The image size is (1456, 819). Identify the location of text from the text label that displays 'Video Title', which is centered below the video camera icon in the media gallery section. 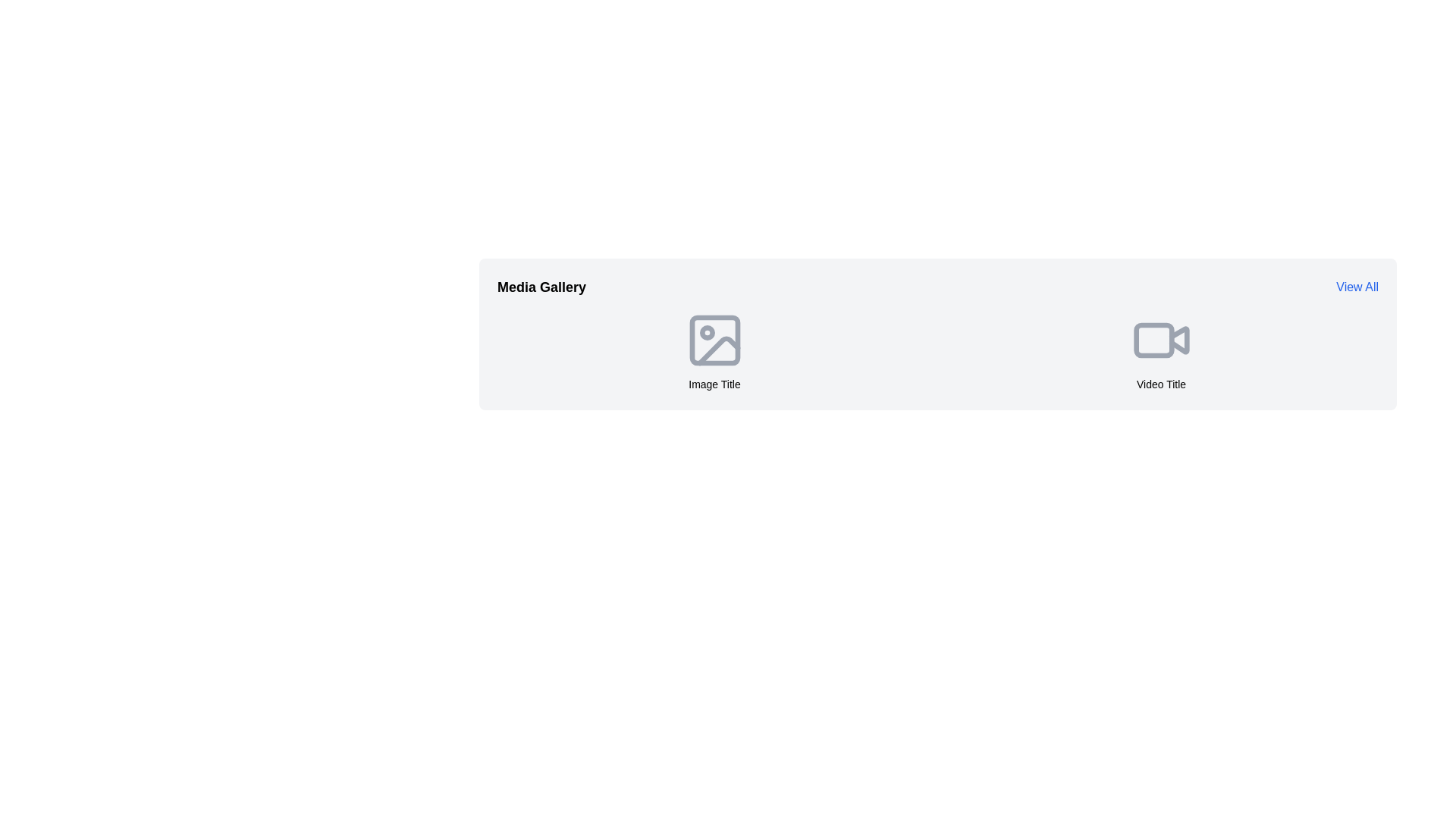
(1160, 383).